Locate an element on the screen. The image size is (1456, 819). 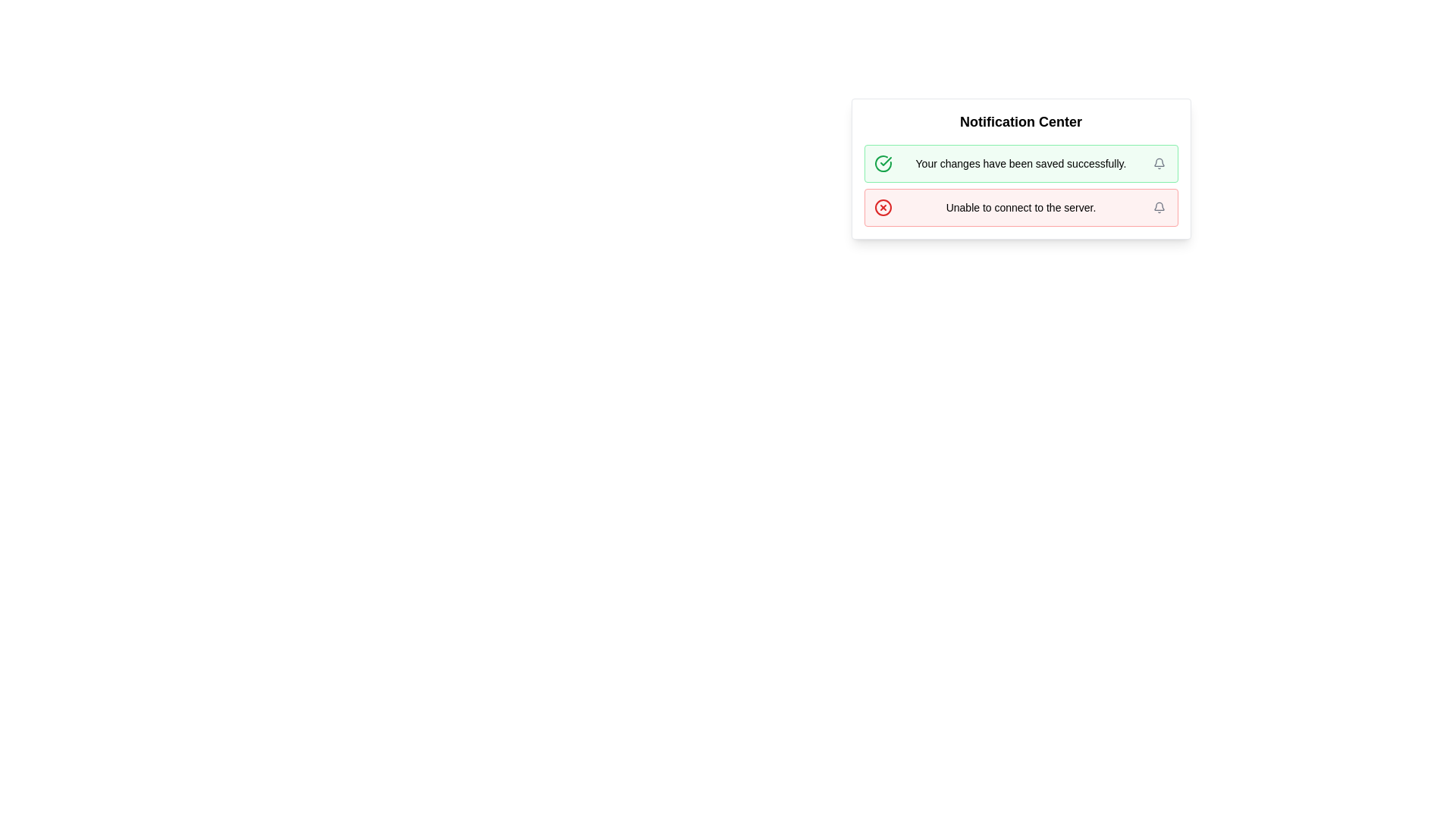
the error icon located to the left of the notification message 'Unable to connect to the server.' within the notification box with a red background border is located at coordinates (883, 207).